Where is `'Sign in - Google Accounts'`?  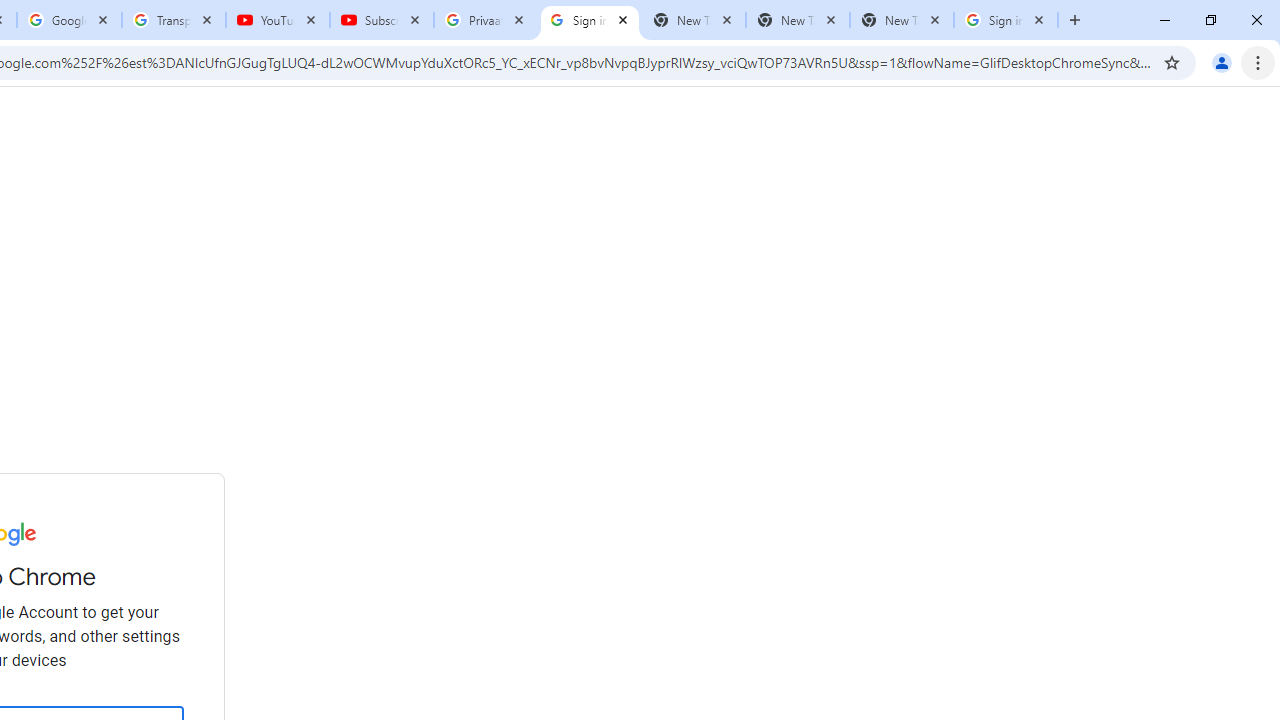
'Sign in - Google Accounts' is located at coordinates (1006, 20).